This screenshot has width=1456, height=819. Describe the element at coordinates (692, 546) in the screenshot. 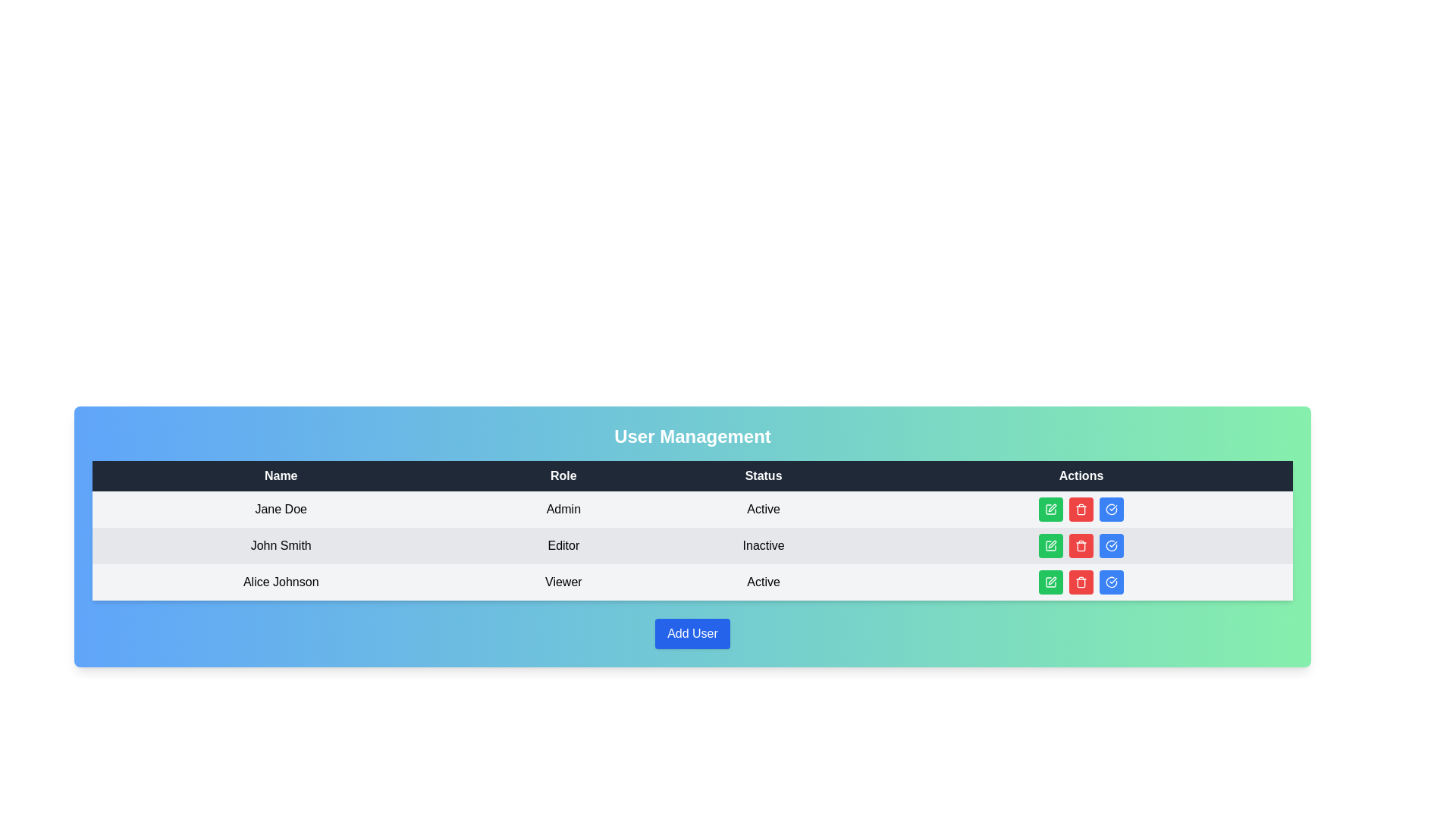

I see `text within the second row of the user management table, which contains user details for the entity below 'Jane Doe' and above 'Alice Johnson'` at that location.